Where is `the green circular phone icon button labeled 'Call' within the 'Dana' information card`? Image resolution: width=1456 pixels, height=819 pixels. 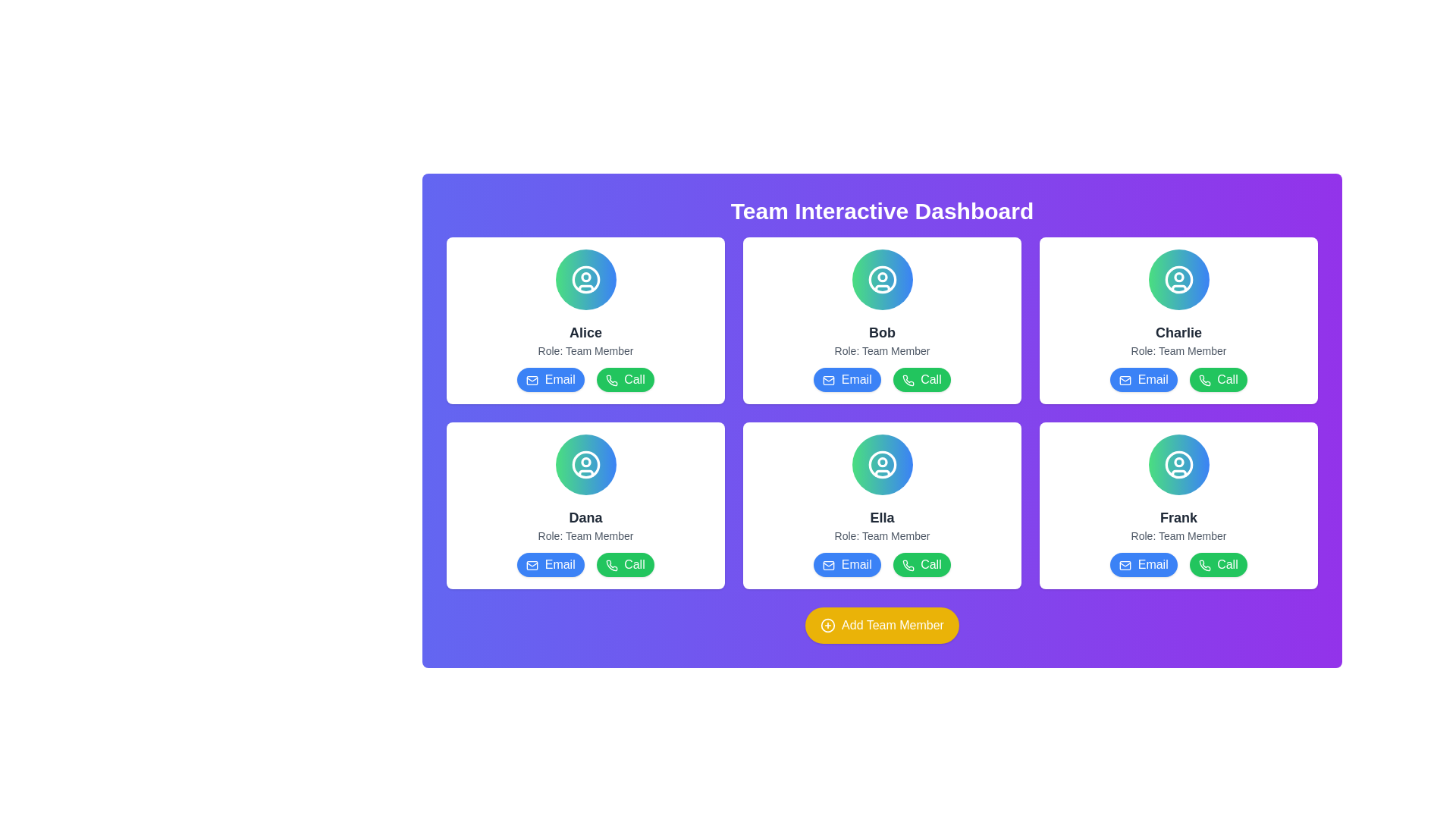 the green circular phone icon button labeled 'Call' within the 'Dana' information card is located at coordinates (611, 565).